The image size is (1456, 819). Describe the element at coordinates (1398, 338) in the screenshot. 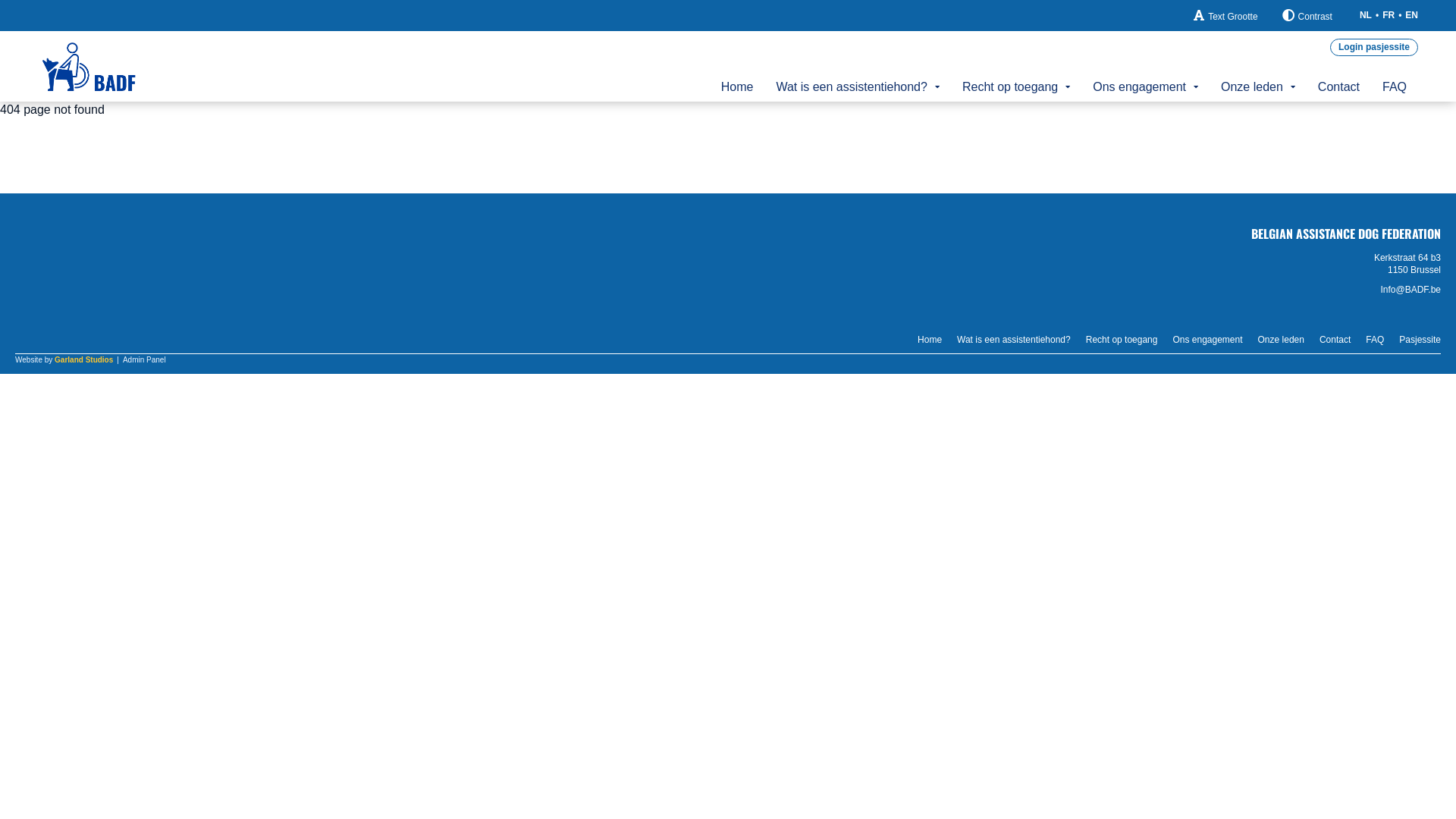

I see `'Pasjessite'` at that location.